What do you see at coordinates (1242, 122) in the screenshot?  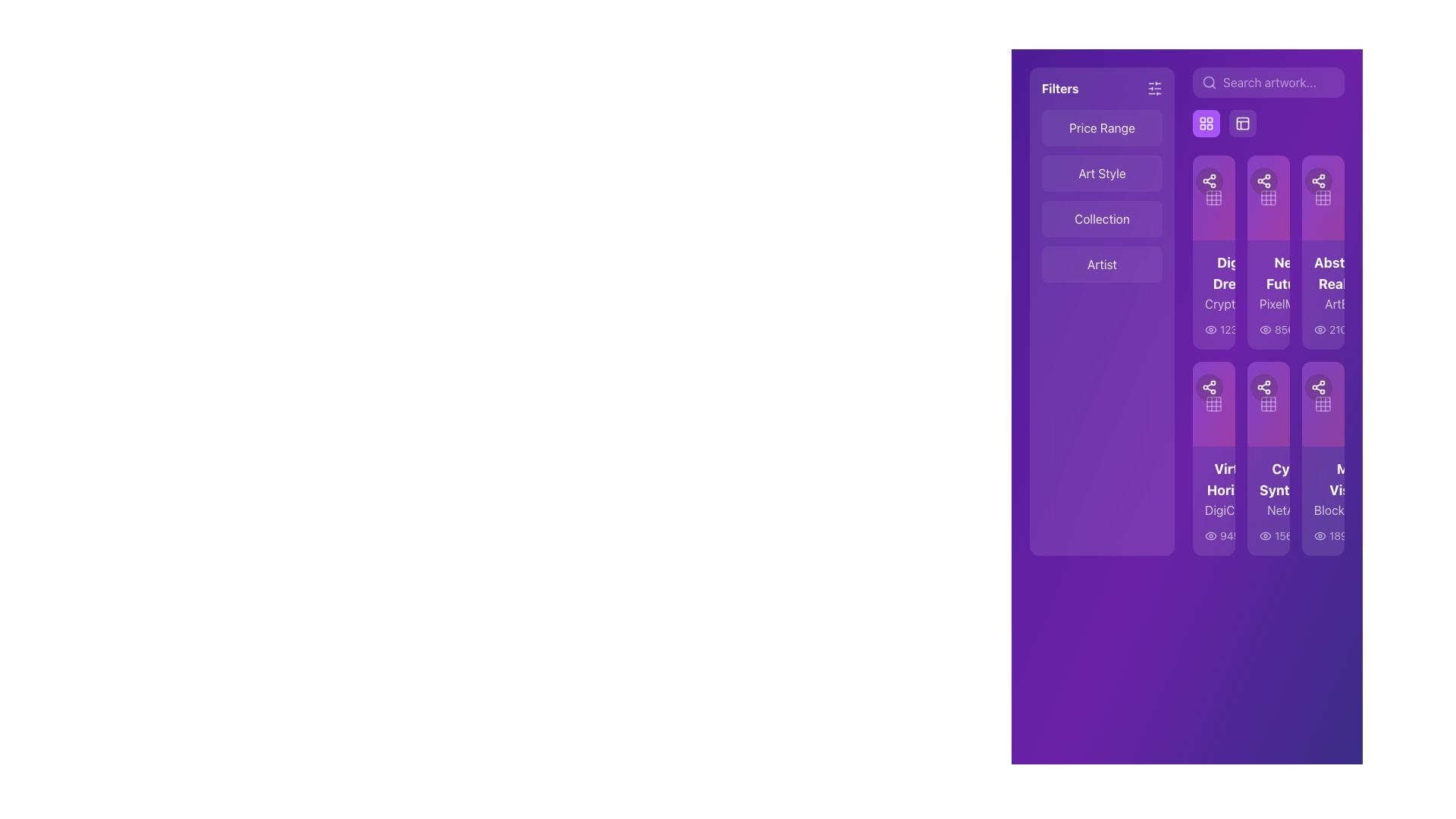 I see `the second button at the top right of the interface` at bounding box center [1242, 122].